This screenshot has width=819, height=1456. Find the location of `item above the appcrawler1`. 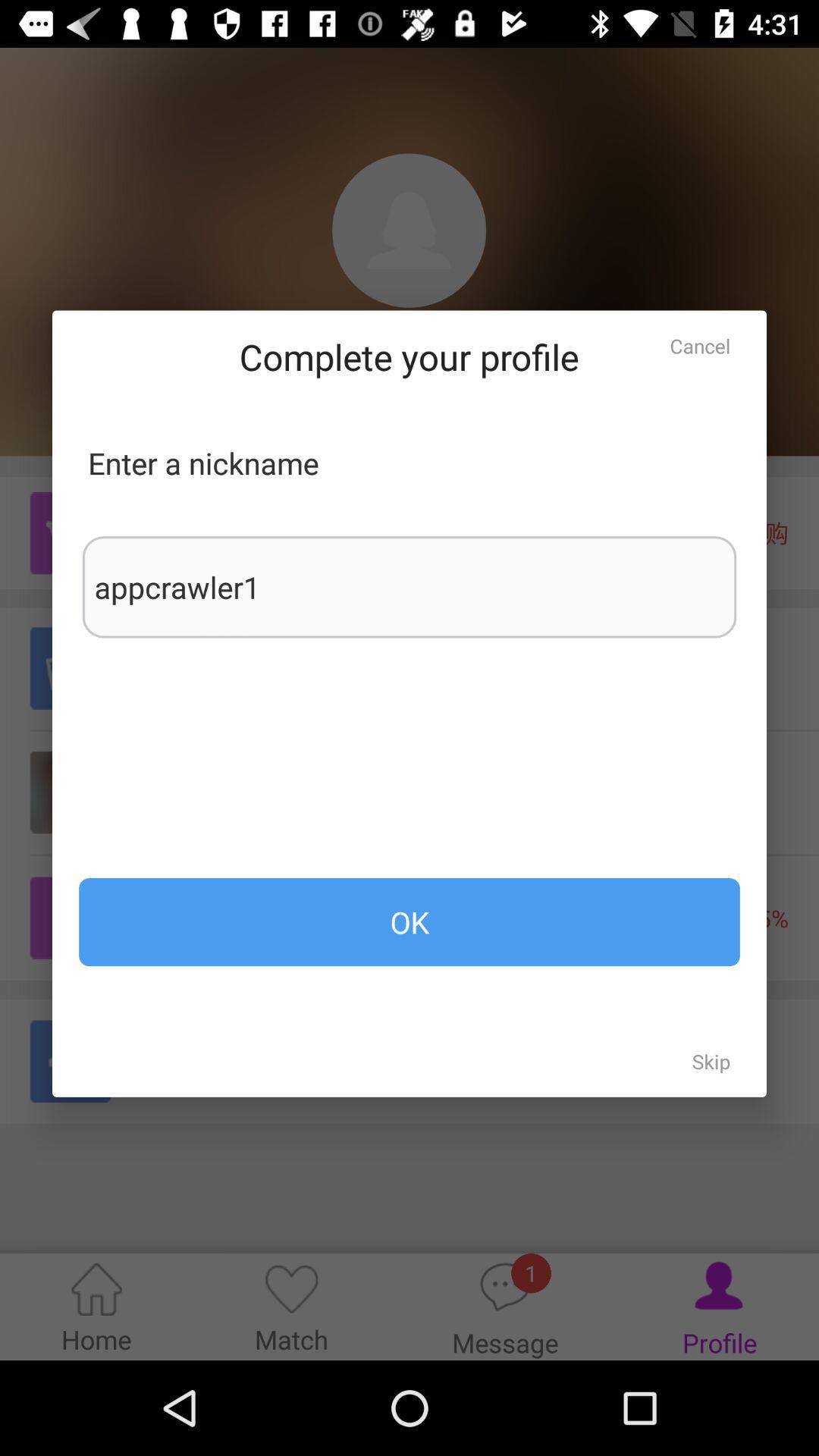

item above the appcrawler1 is located at coordinates (700, 345).